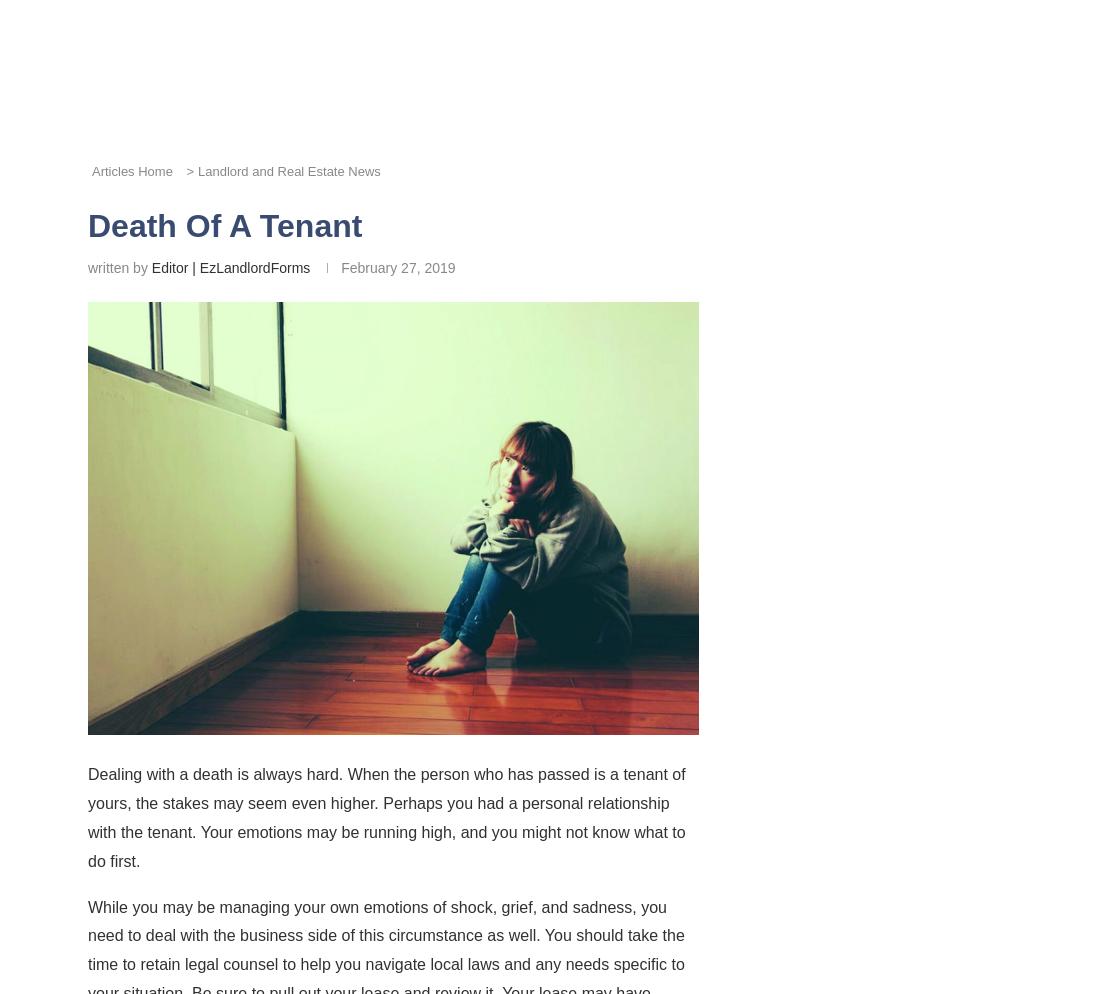 This screenshot has height=994, width=1100. Describe the element at coordinates (962, 457) in the screenshot. I see `'Youtube'` at that location.